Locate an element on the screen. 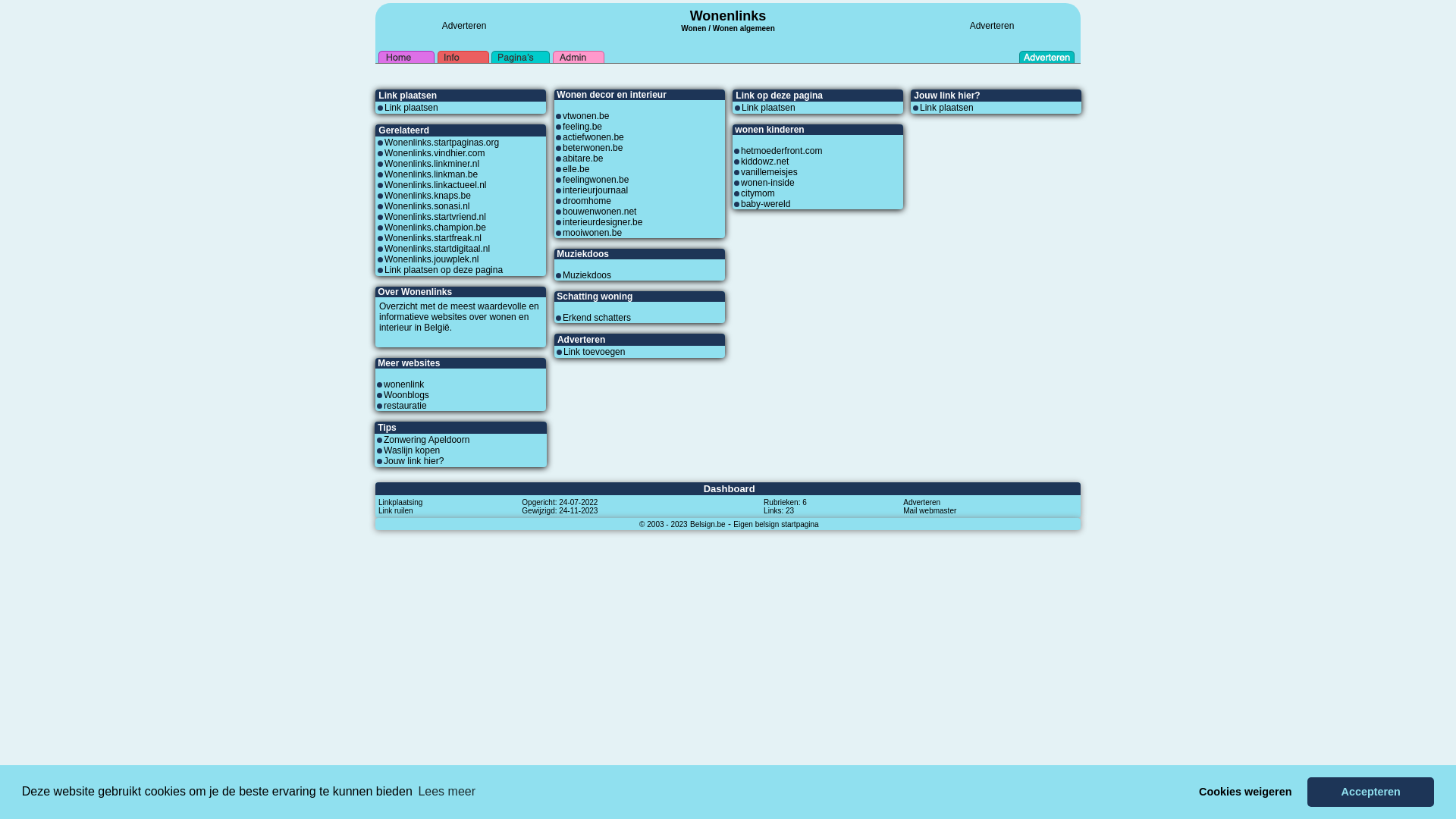 This screenshot has width=1456, height=819. 'Wonenlinks.startpaginas.org' is located at coordinates (441, 143).